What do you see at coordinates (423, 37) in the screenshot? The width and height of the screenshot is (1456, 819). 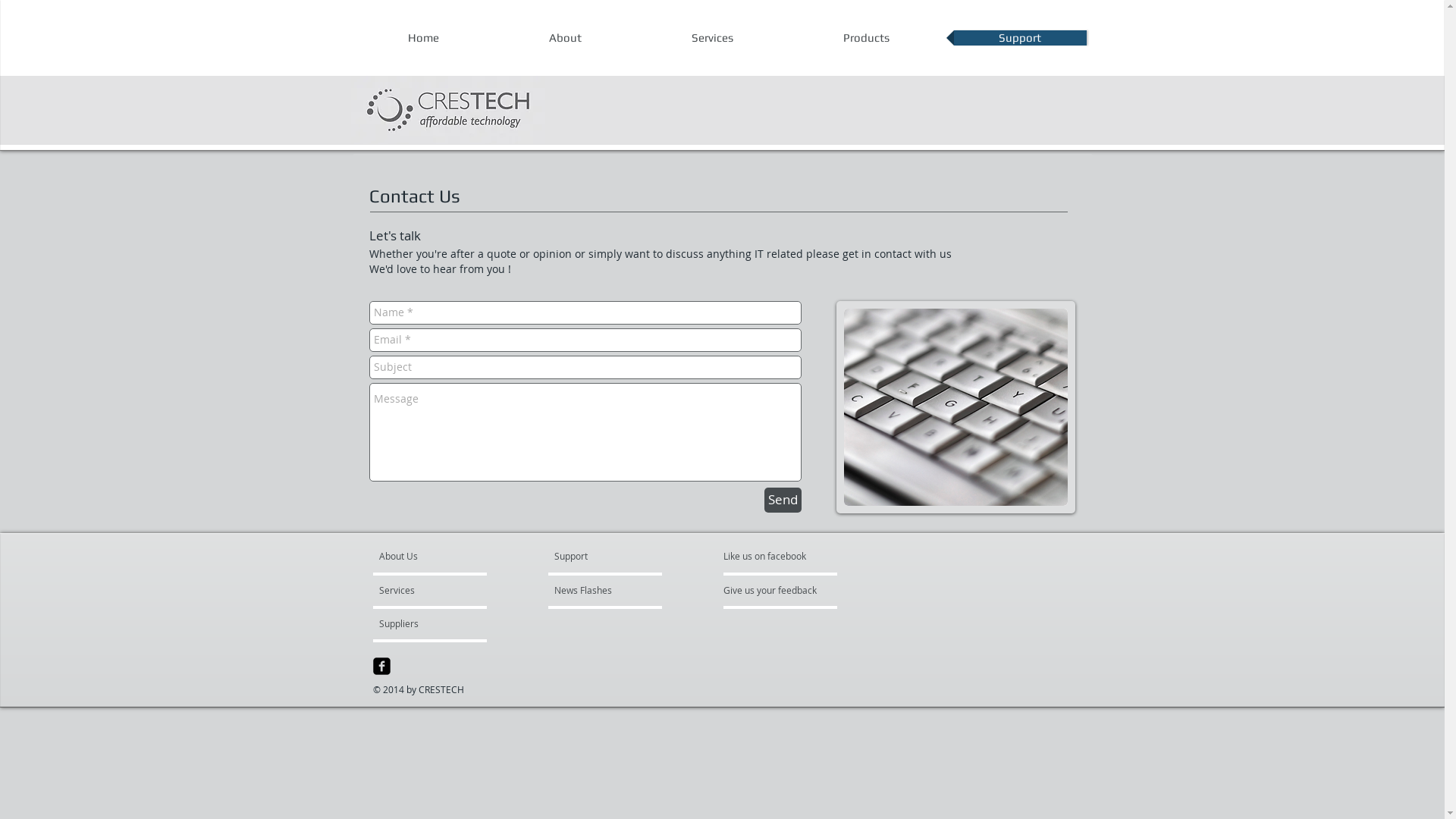 I see `'Home'` at bounding box center [423, 37].